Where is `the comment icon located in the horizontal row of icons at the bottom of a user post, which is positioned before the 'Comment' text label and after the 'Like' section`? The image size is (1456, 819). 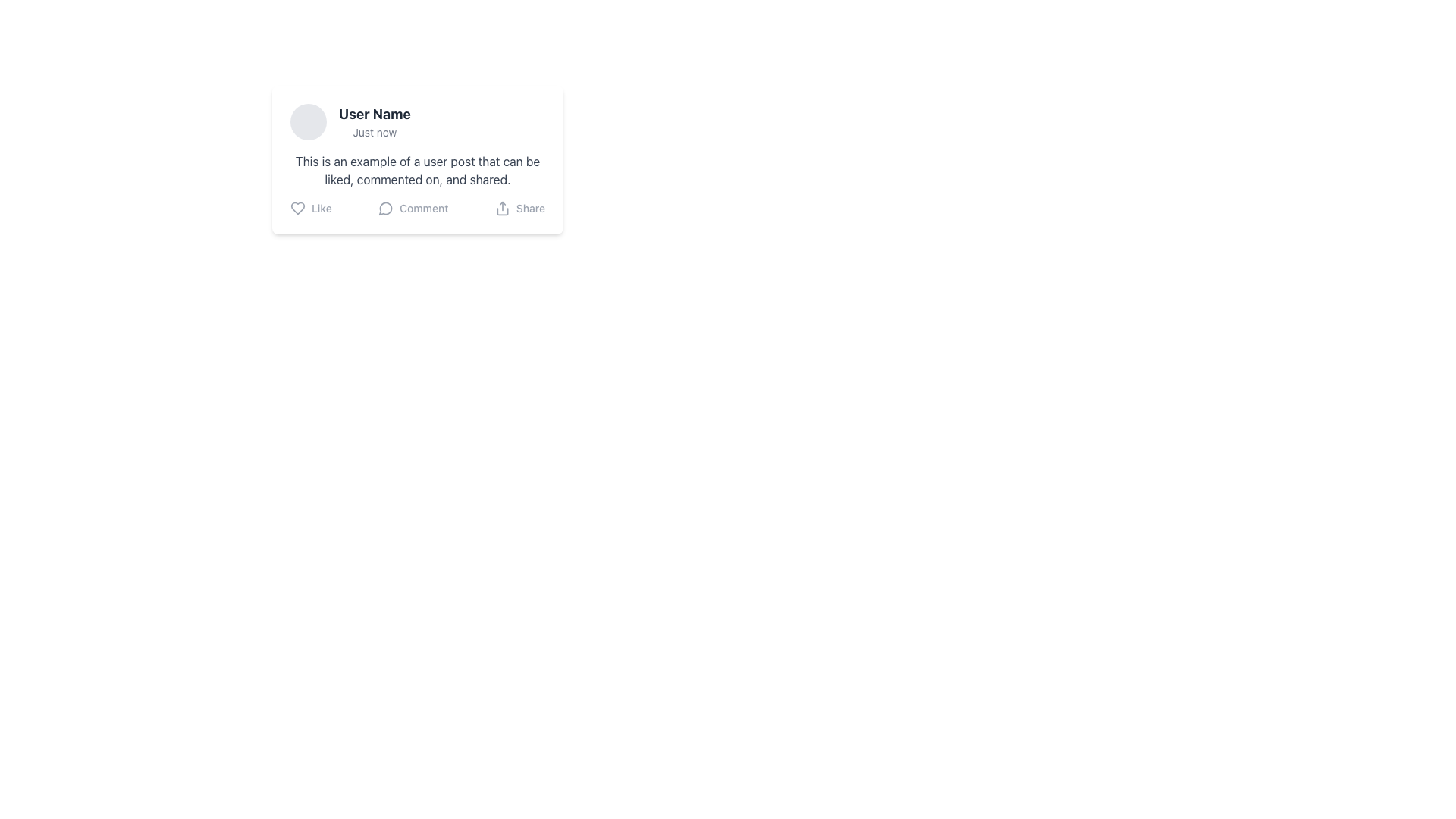 the comment icon located in the horizontal row of icons at the bottom of a user post, which is positioned before the 'Comment' text label and after the 'Like' section is located at coordinates (386, 208).